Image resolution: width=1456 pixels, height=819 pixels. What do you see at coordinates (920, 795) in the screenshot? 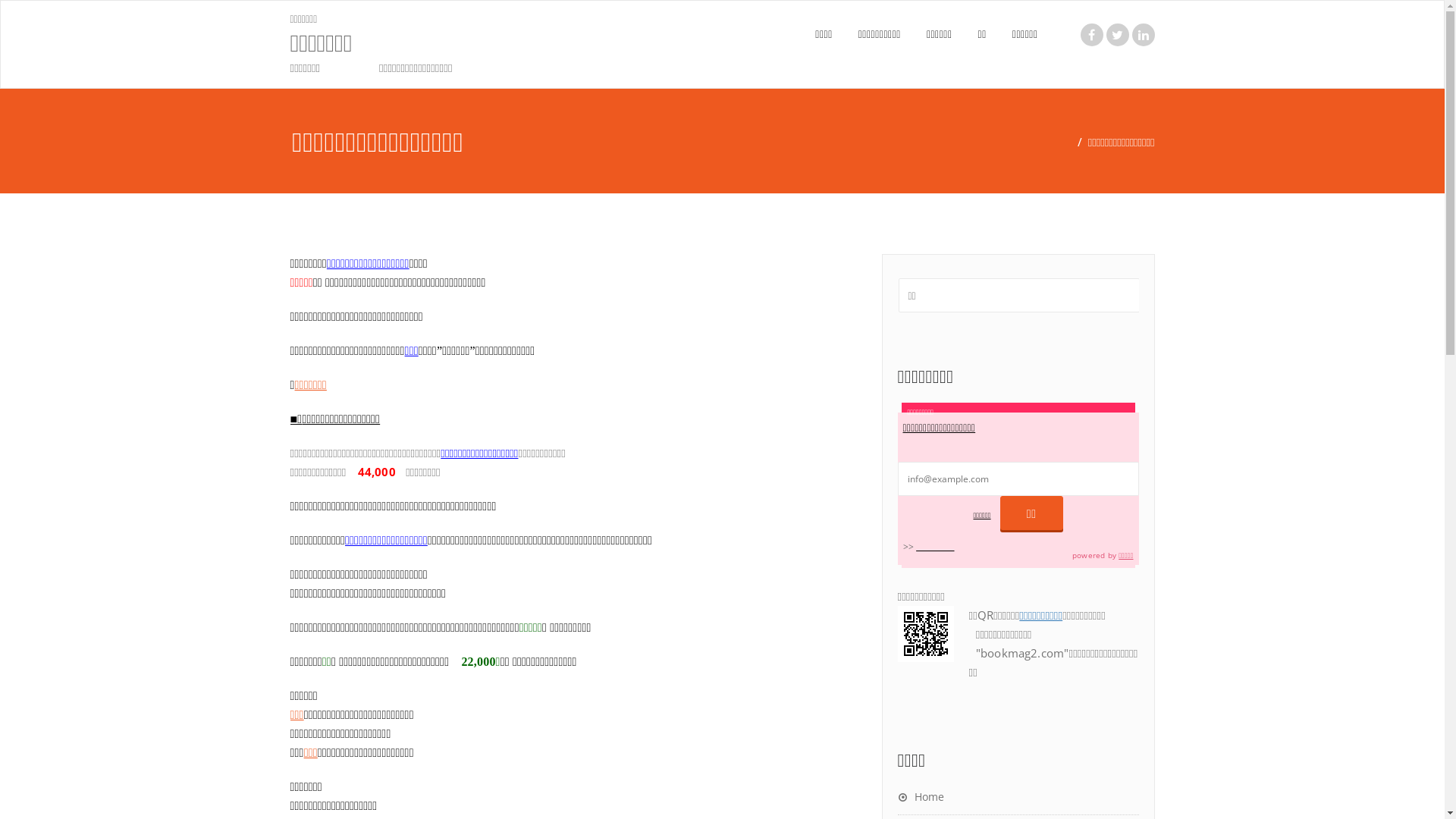
I see `'Home'` at bounding box center [920, 795].